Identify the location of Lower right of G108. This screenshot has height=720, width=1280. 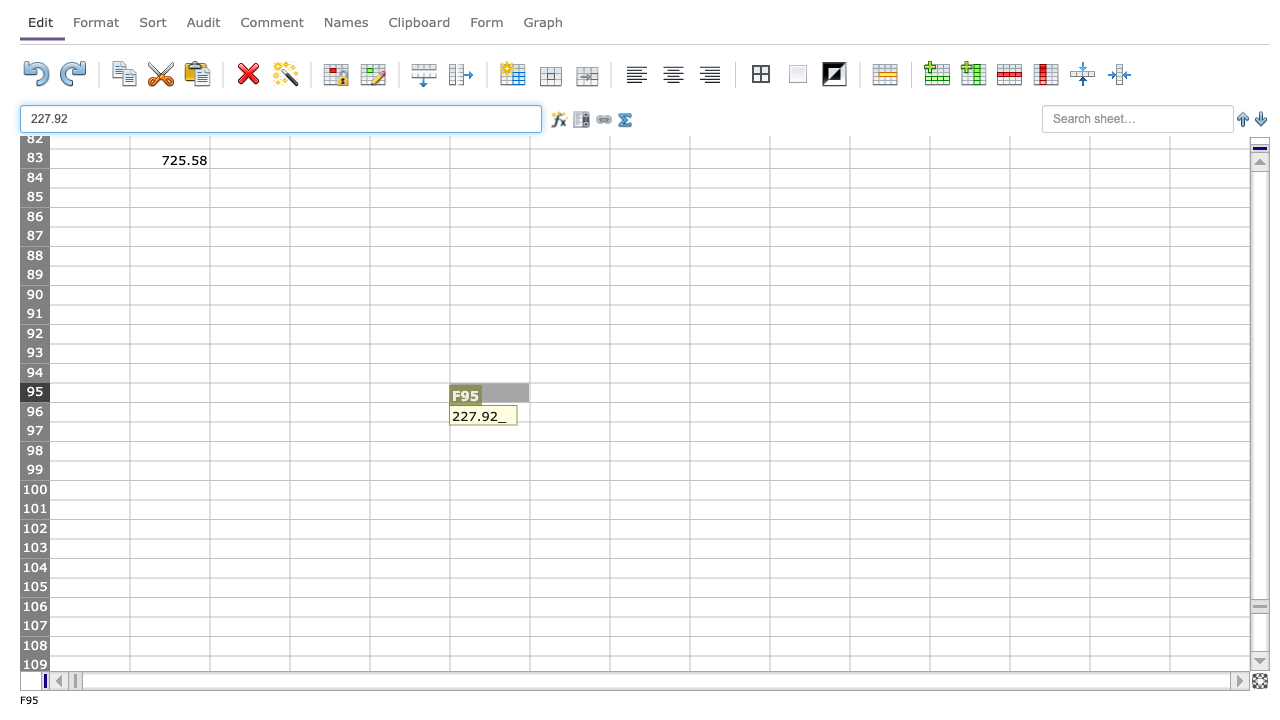
(609, 655).